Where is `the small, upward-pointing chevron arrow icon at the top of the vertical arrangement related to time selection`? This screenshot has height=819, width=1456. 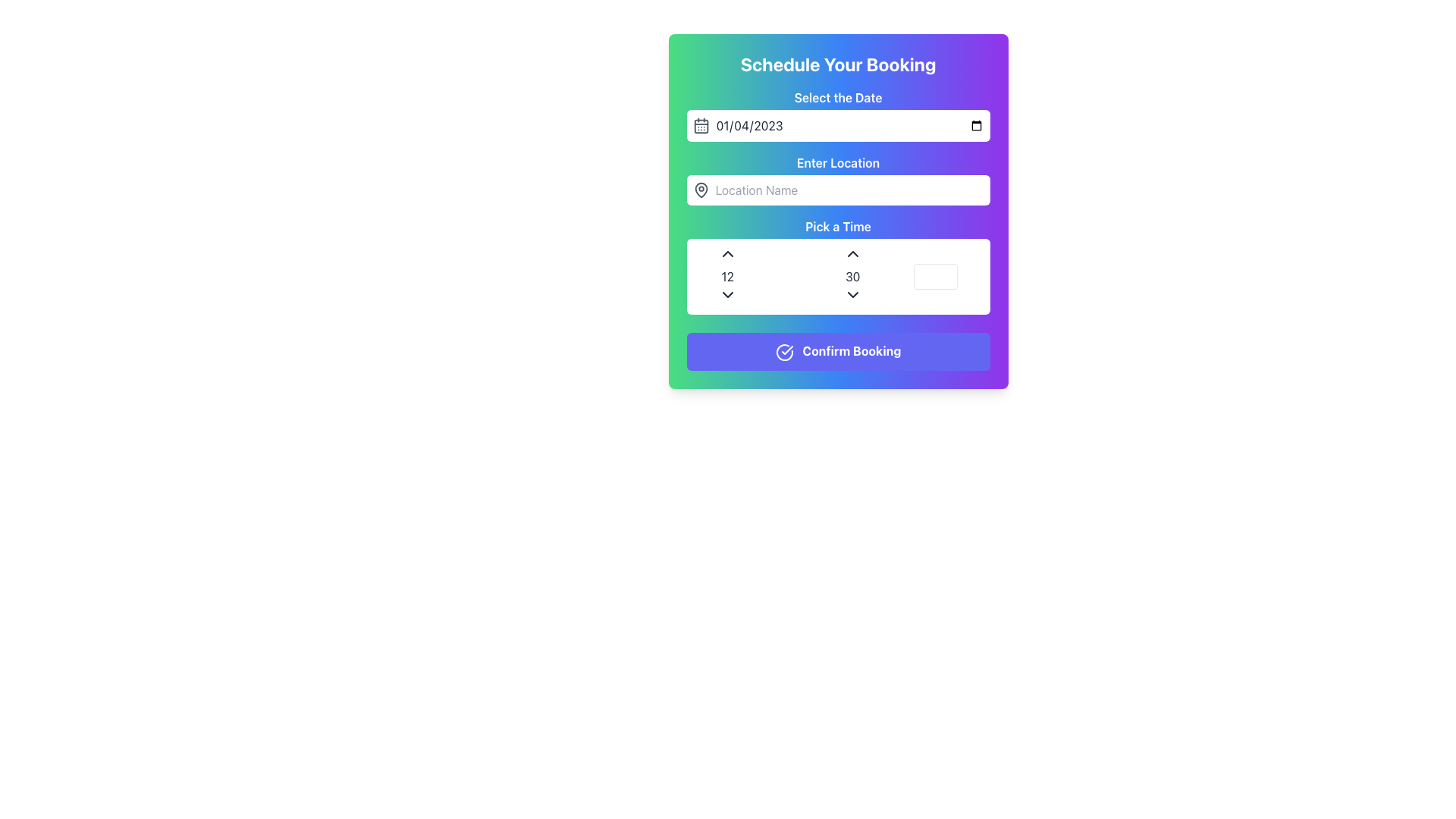 the small, upward-pointing chevron arrow icon at the top of the vertical arrangement related to time selection is located at coordinates (852, 253).